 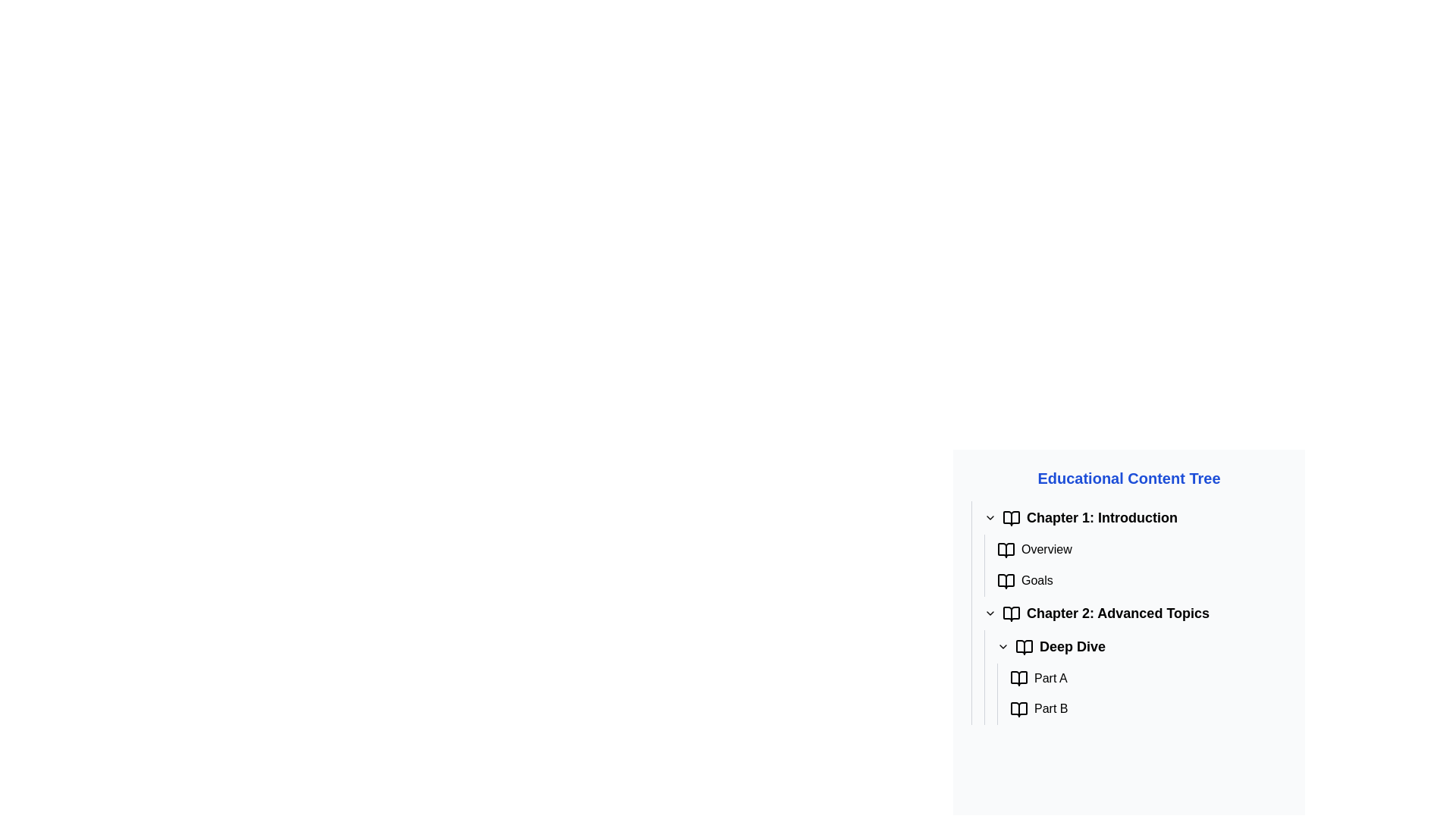 I want to click on the icon representing the 'Overview' section located to the left of the text label 'Overview' under 'Chapter 1: Introduction' in the 'Educational Content Tree', so click(x=1006, y=550).